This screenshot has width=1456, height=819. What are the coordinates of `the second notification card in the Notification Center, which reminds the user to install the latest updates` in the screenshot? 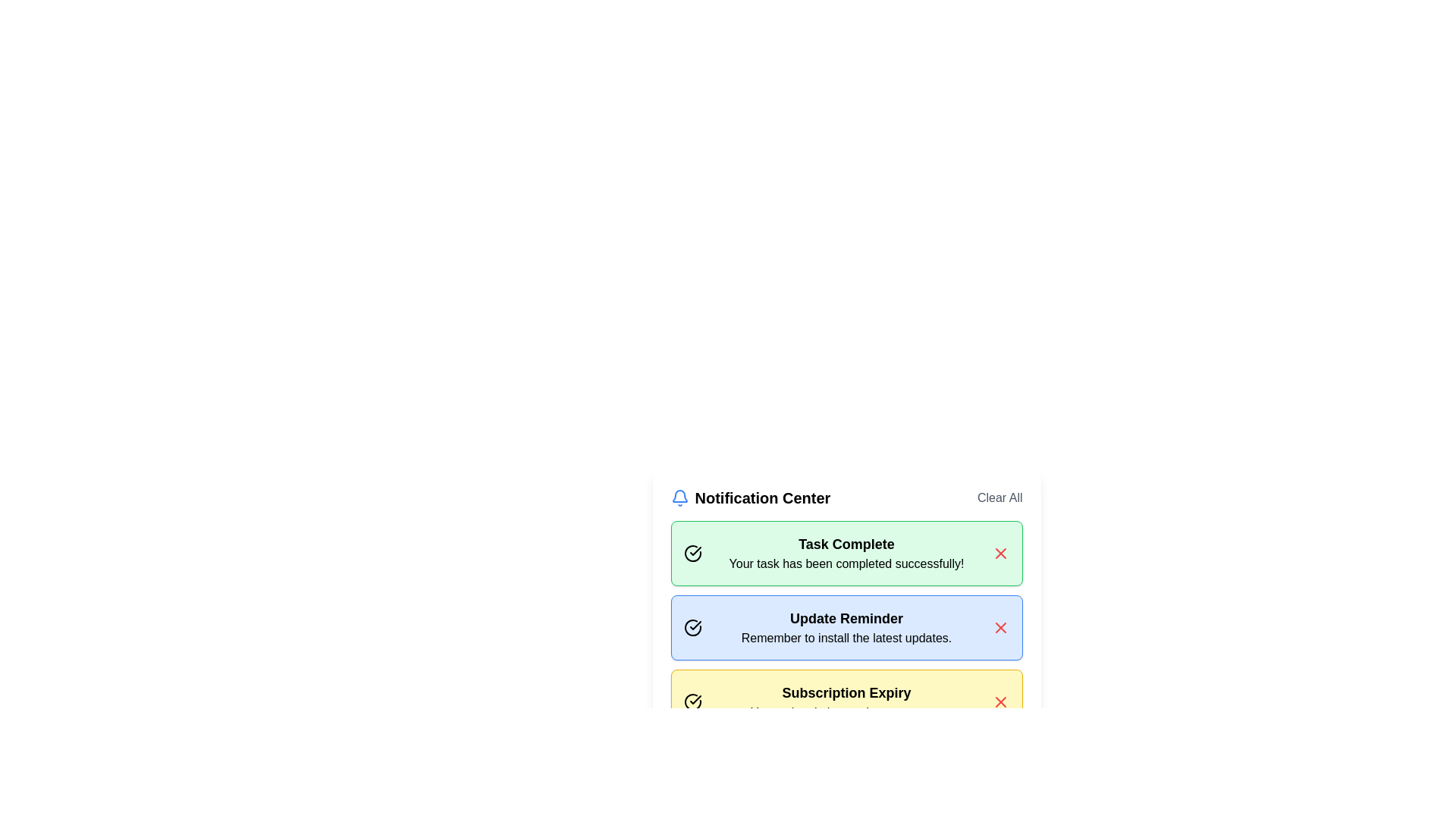 It's located at (846, 628).